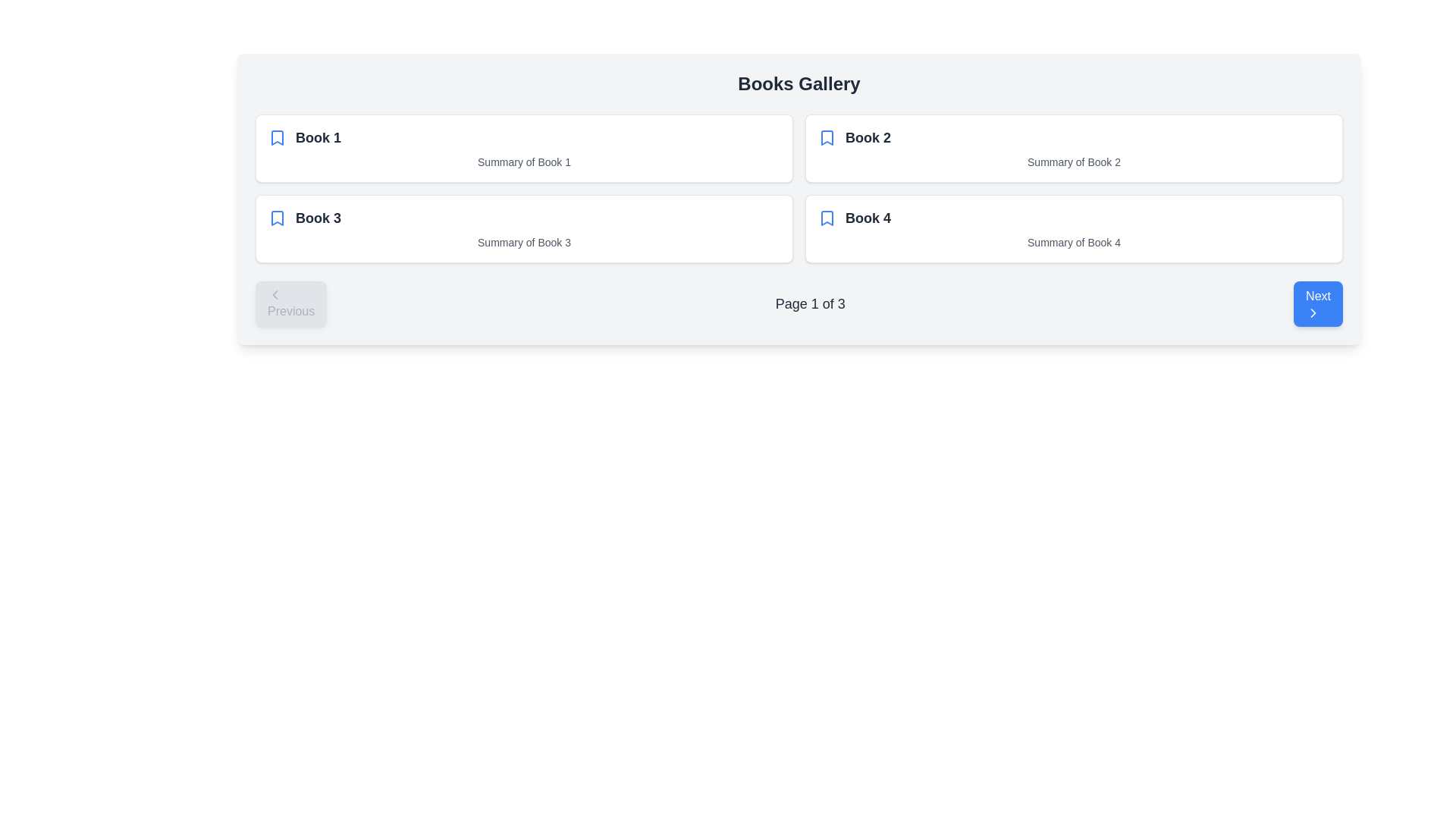 This screenshot has height=819, width=1456. I want to click on the bookmark icon in the bottom-right quadrant of the card associated with 'Book 4', so click(826, 218).